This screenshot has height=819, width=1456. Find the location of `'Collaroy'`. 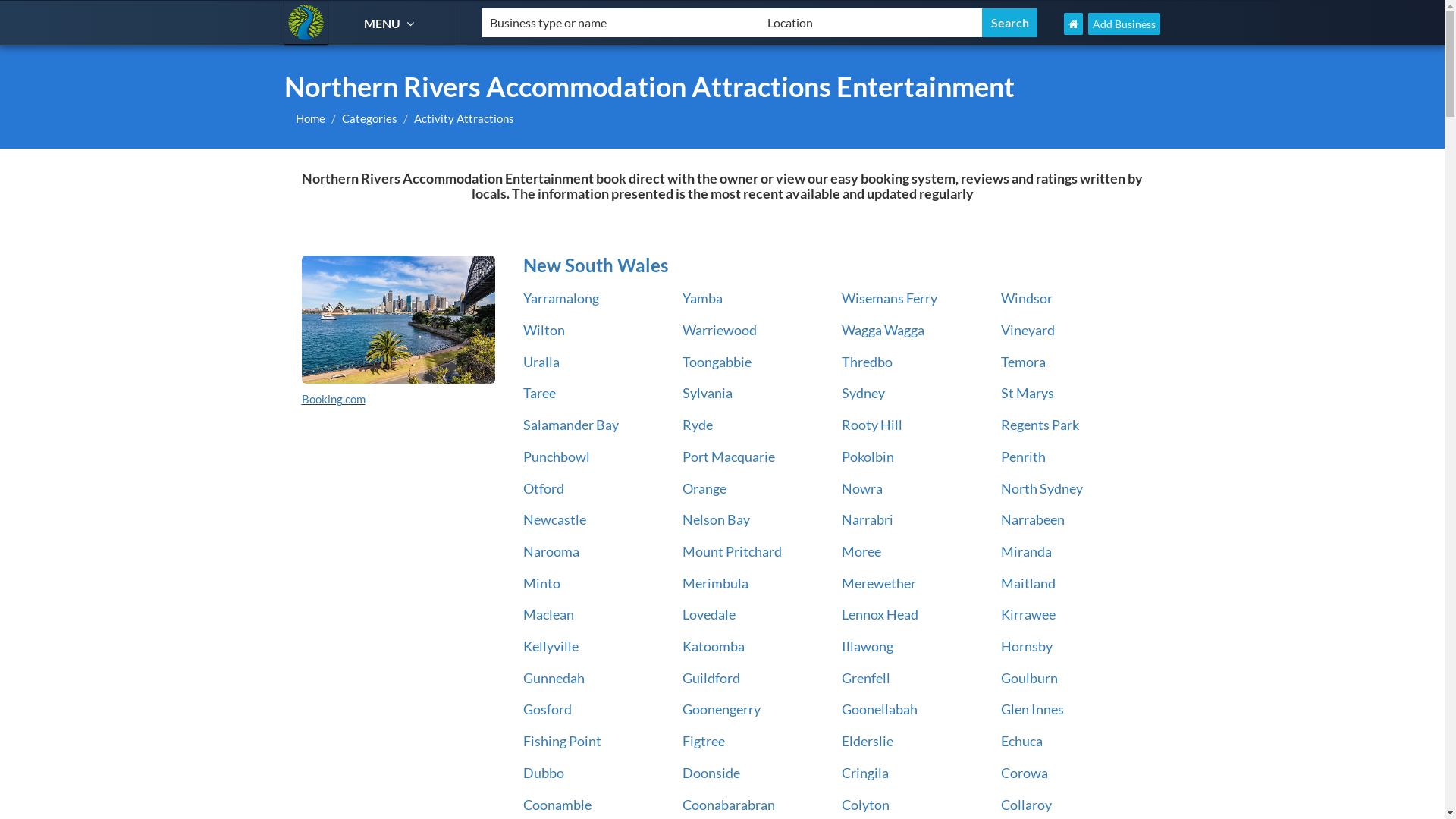

'Collaroy' is located at coordinates (1026, 803).